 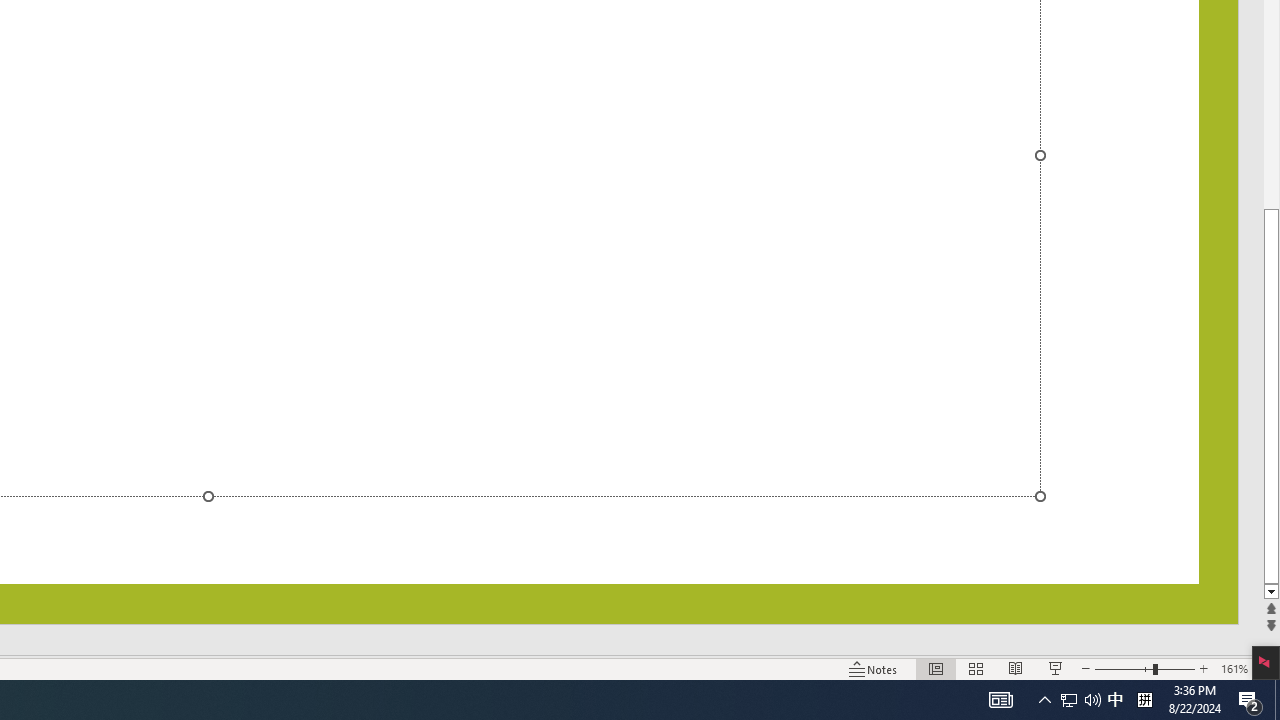 What do you see at coordinates (874, 669) in the screenshot?
I see `'Notes '` at bounding box center [874, 669].